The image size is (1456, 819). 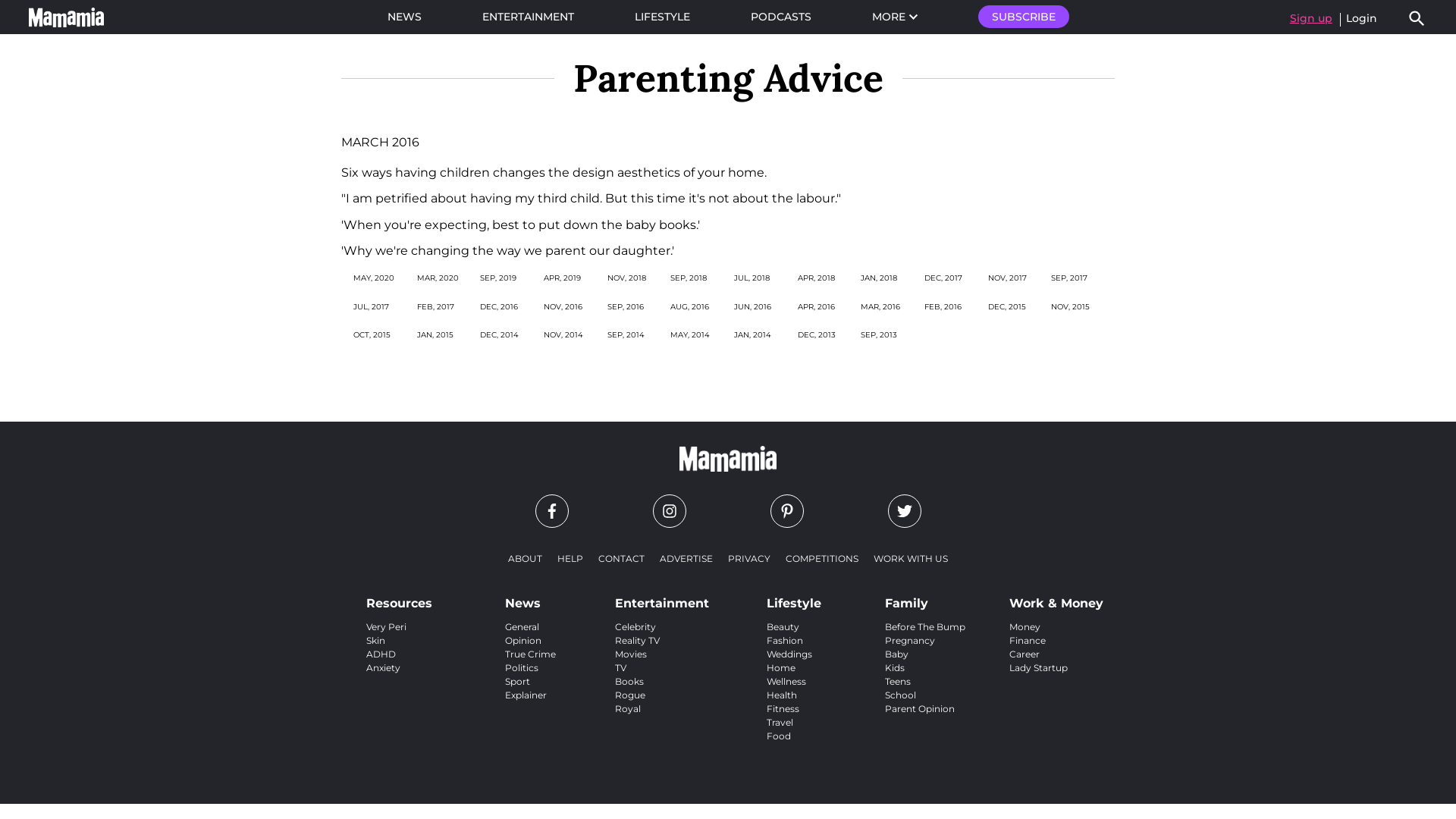 I want to click on 'Career', so click(x=1024, y=653).